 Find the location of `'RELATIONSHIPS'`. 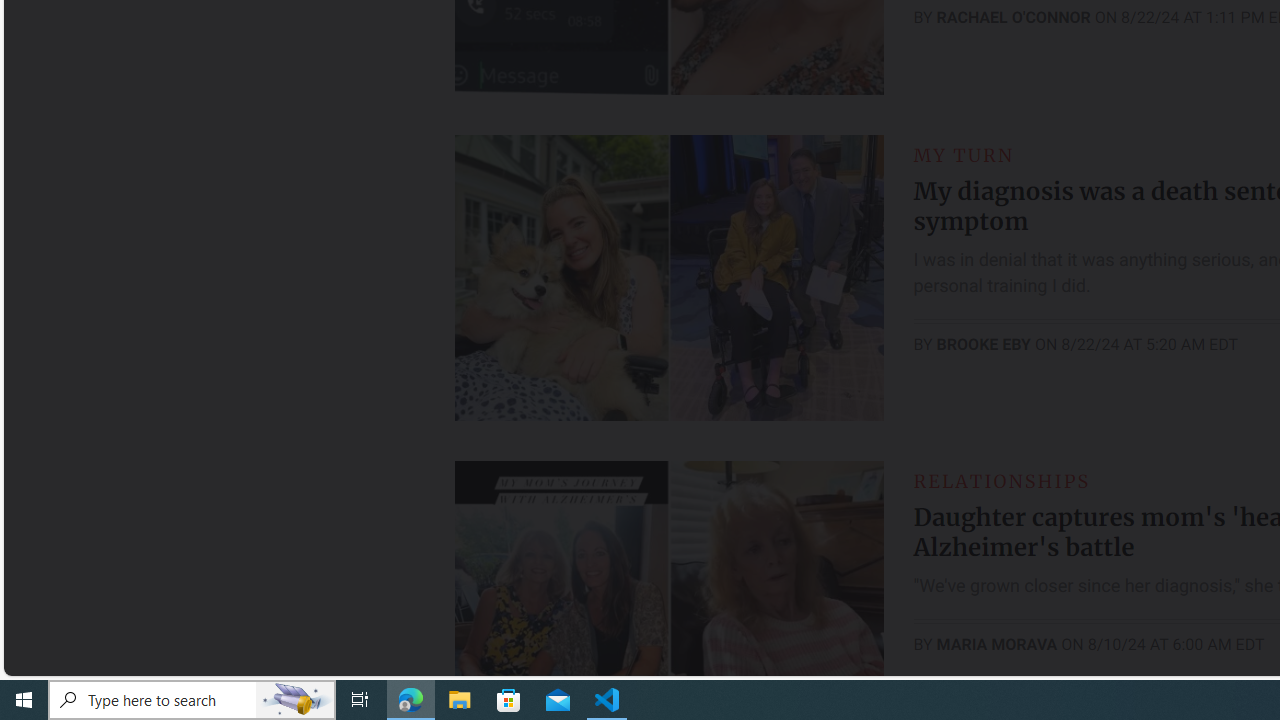

'RELATIONSHIPS' is located at coordinates (1001, 480).